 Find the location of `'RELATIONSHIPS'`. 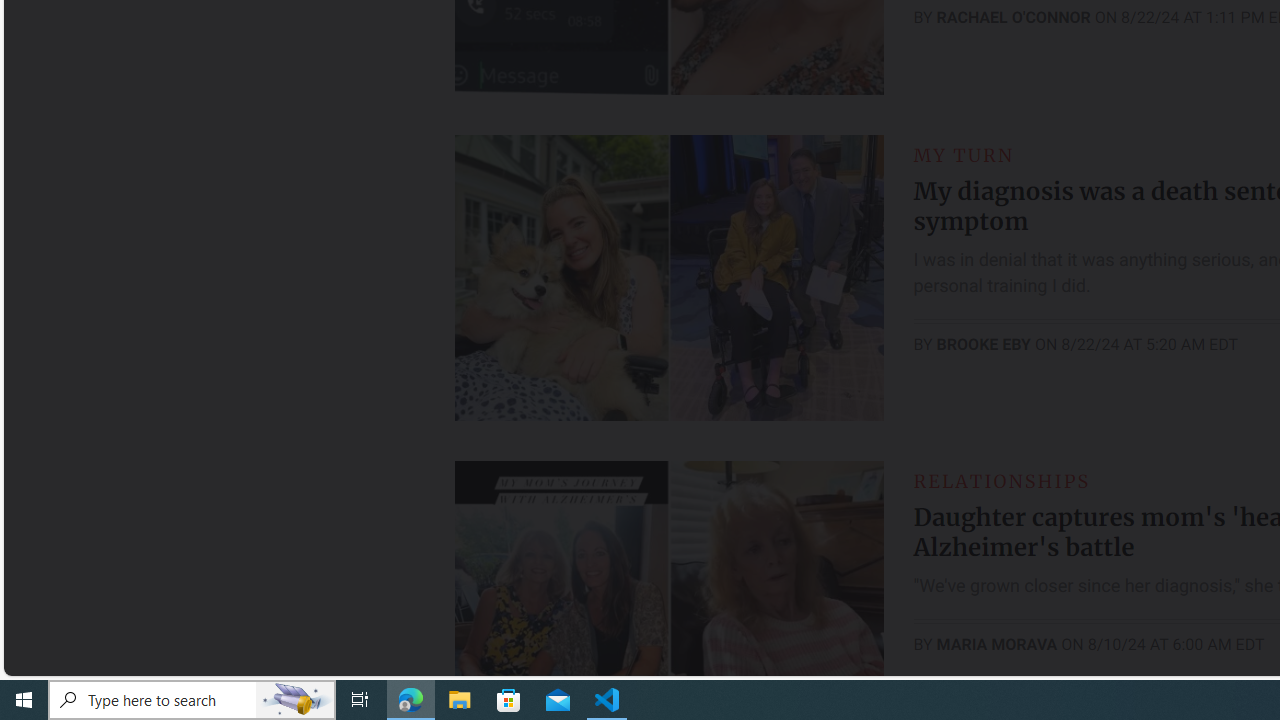

'RELATIONSHIPS' is located at coordinates (1001, 480).